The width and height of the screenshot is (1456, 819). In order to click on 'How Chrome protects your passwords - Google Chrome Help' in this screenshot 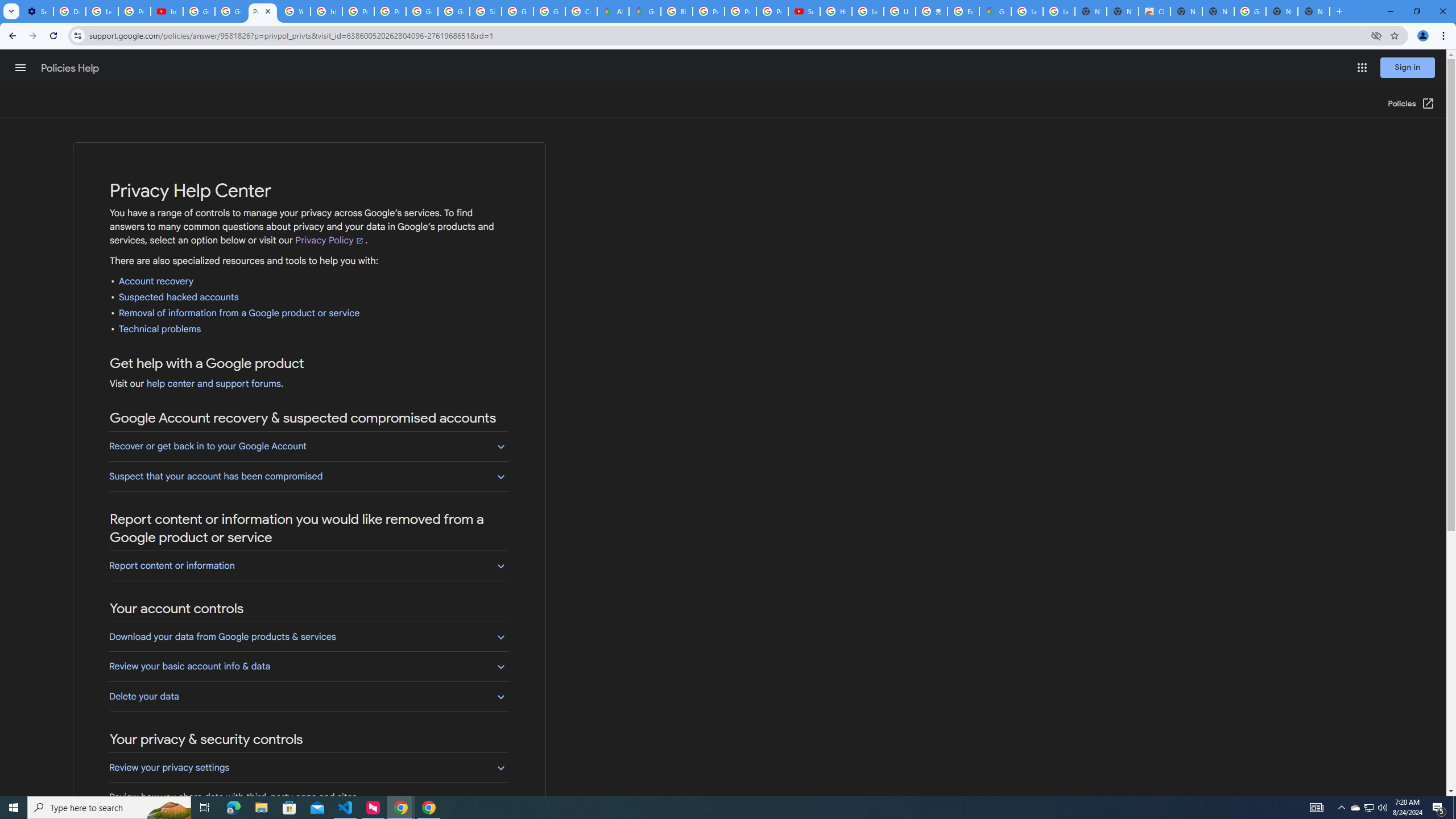, I will do `click(835, 11)`.